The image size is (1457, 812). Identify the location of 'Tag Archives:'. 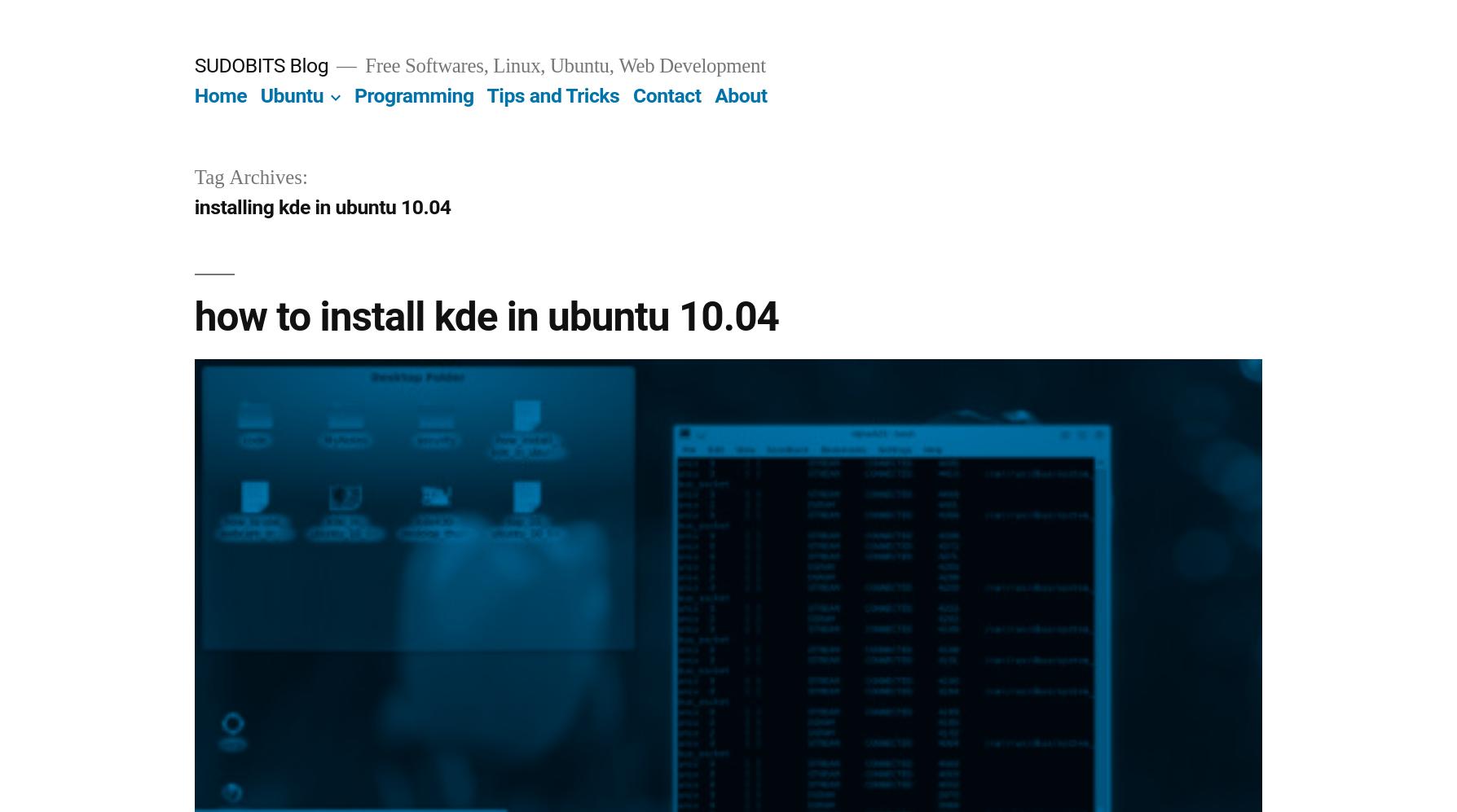
(249, 178).